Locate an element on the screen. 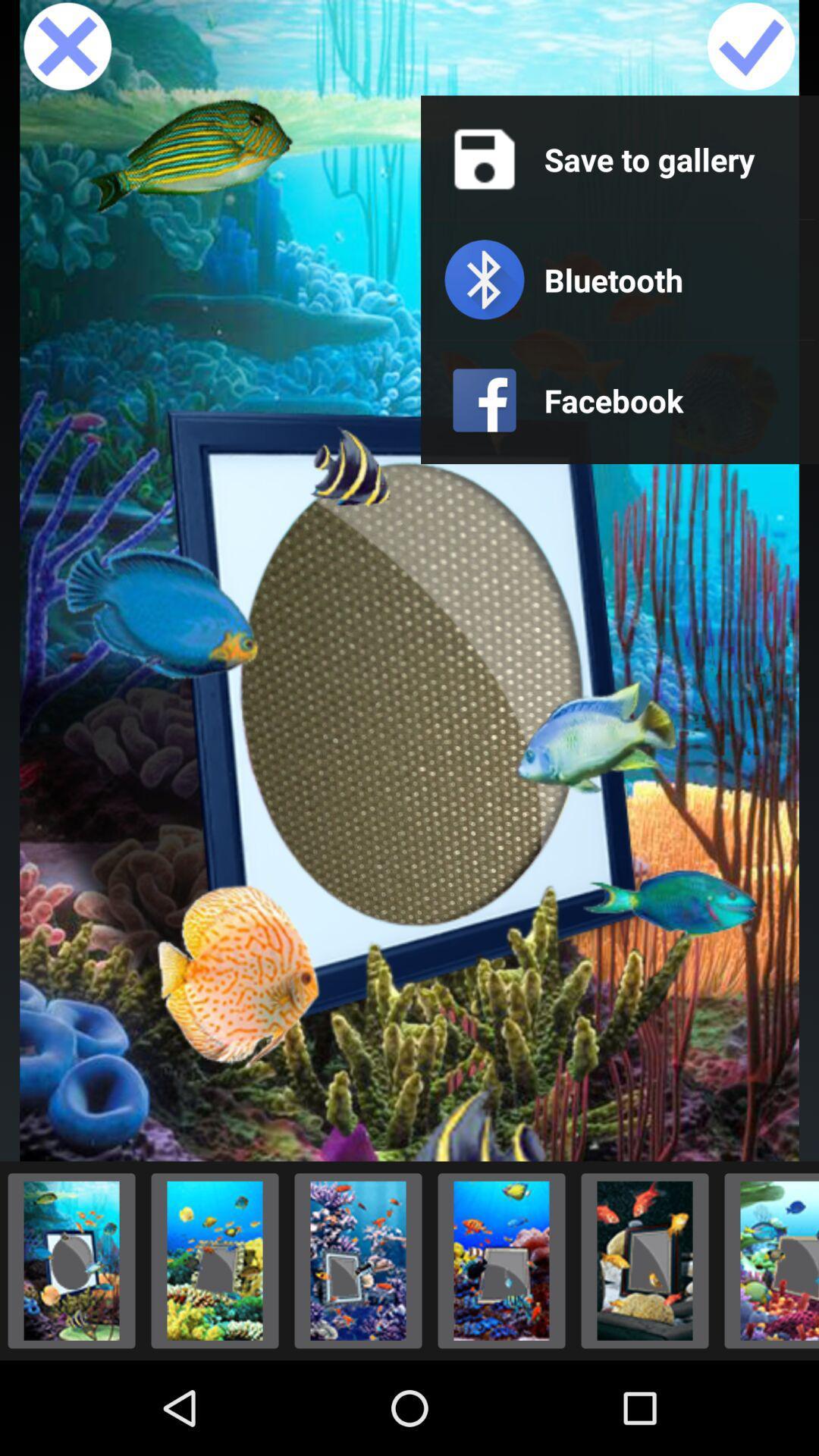 This screenshot has width=819, height=1456. enlarge image is located at coordinates (645, 1260).